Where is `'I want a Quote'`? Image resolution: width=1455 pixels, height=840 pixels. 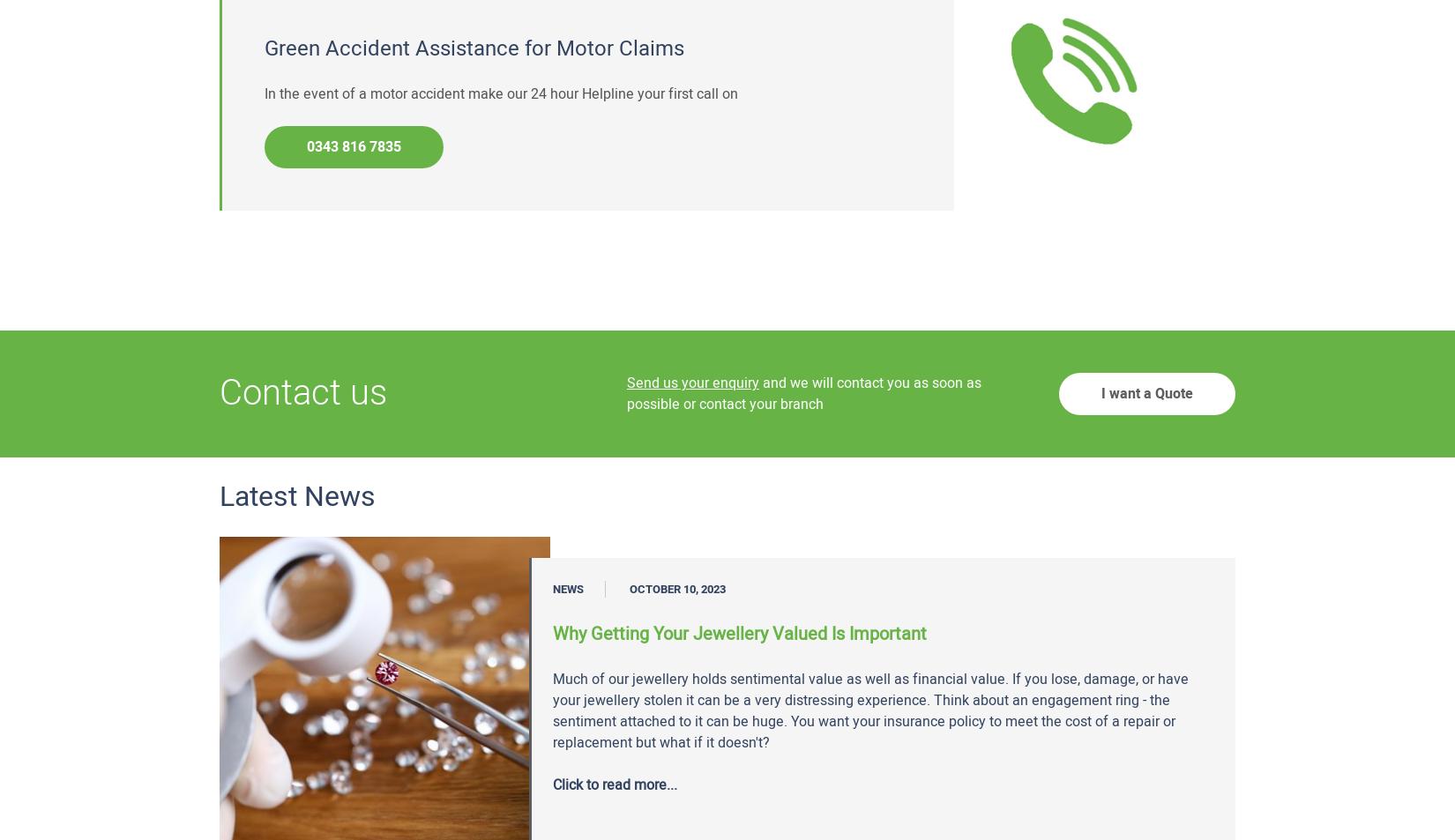
'I want a Quote' is located at coordinates (1146, 392).